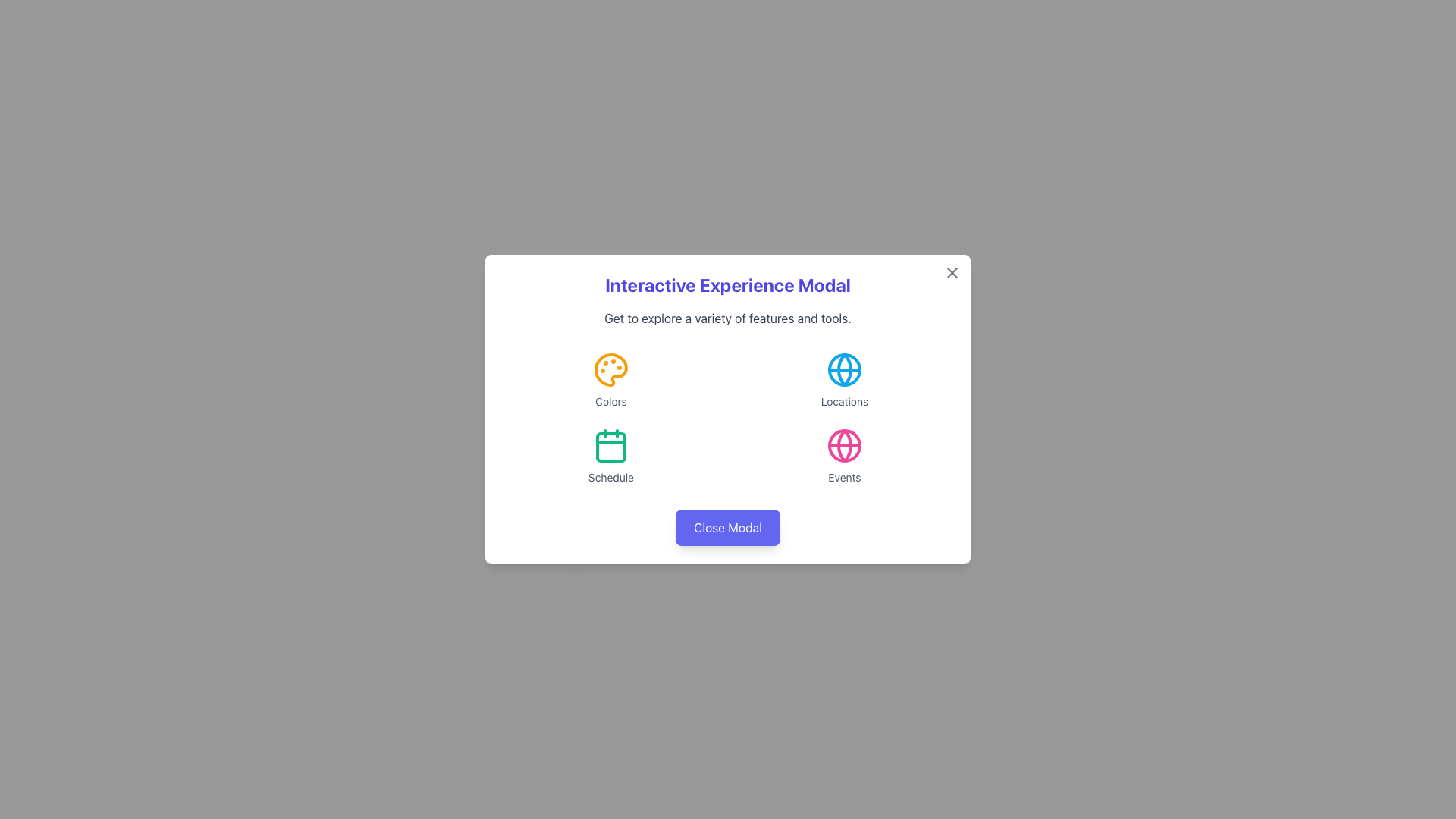 The width and height of the screenshot is (1456, 819). What do you see at coordinates (843, 379) in the screenshot?
I see `the Icon with text label, which is the second element in the grid layout located in the top-right section, following the 'Colors' element and above the 'Events' element` at bounding box center [843, 379].